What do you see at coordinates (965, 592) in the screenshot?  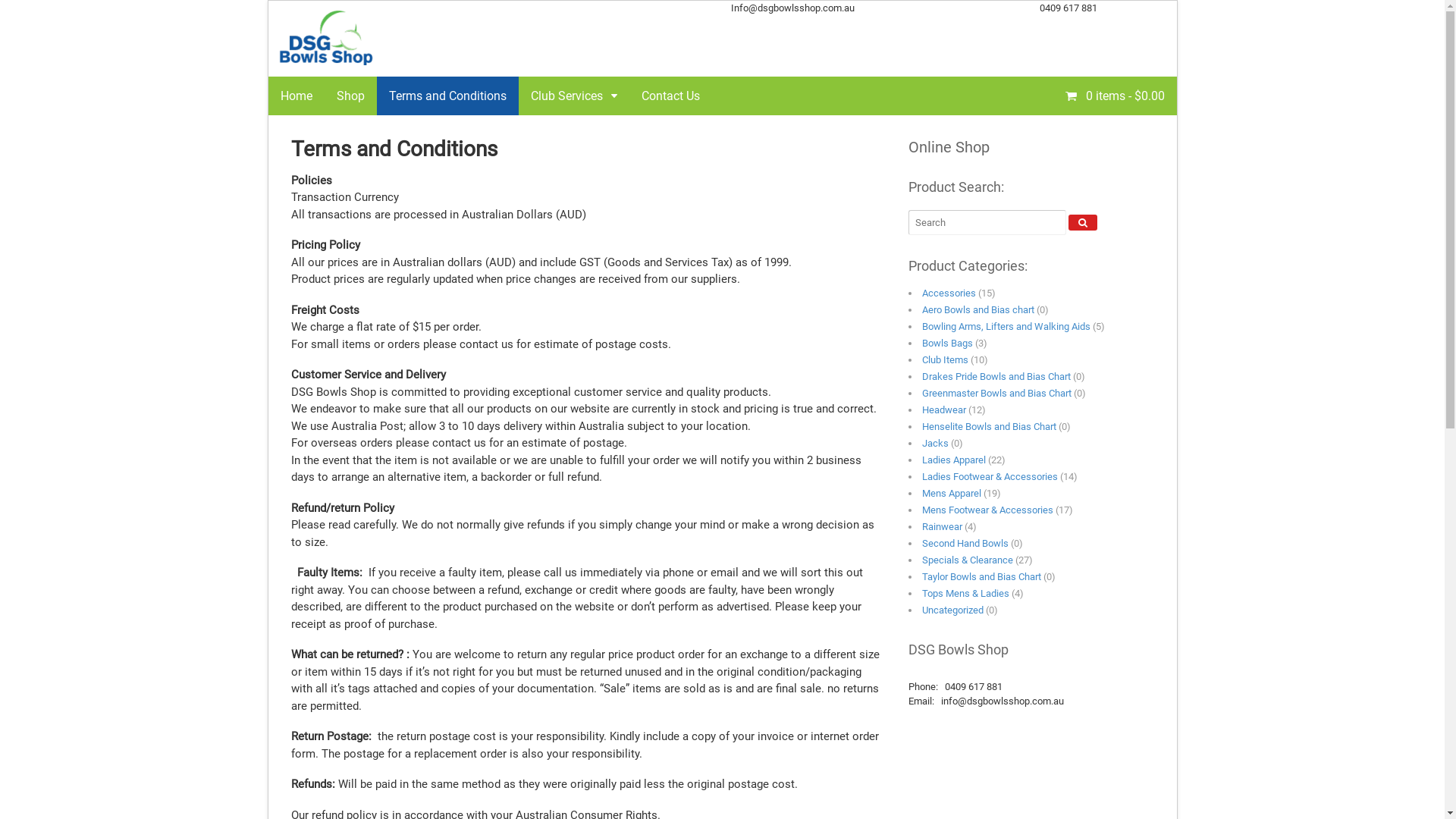 I see `'Tops Mens & Ladies'` at bounding box center [965, 592].